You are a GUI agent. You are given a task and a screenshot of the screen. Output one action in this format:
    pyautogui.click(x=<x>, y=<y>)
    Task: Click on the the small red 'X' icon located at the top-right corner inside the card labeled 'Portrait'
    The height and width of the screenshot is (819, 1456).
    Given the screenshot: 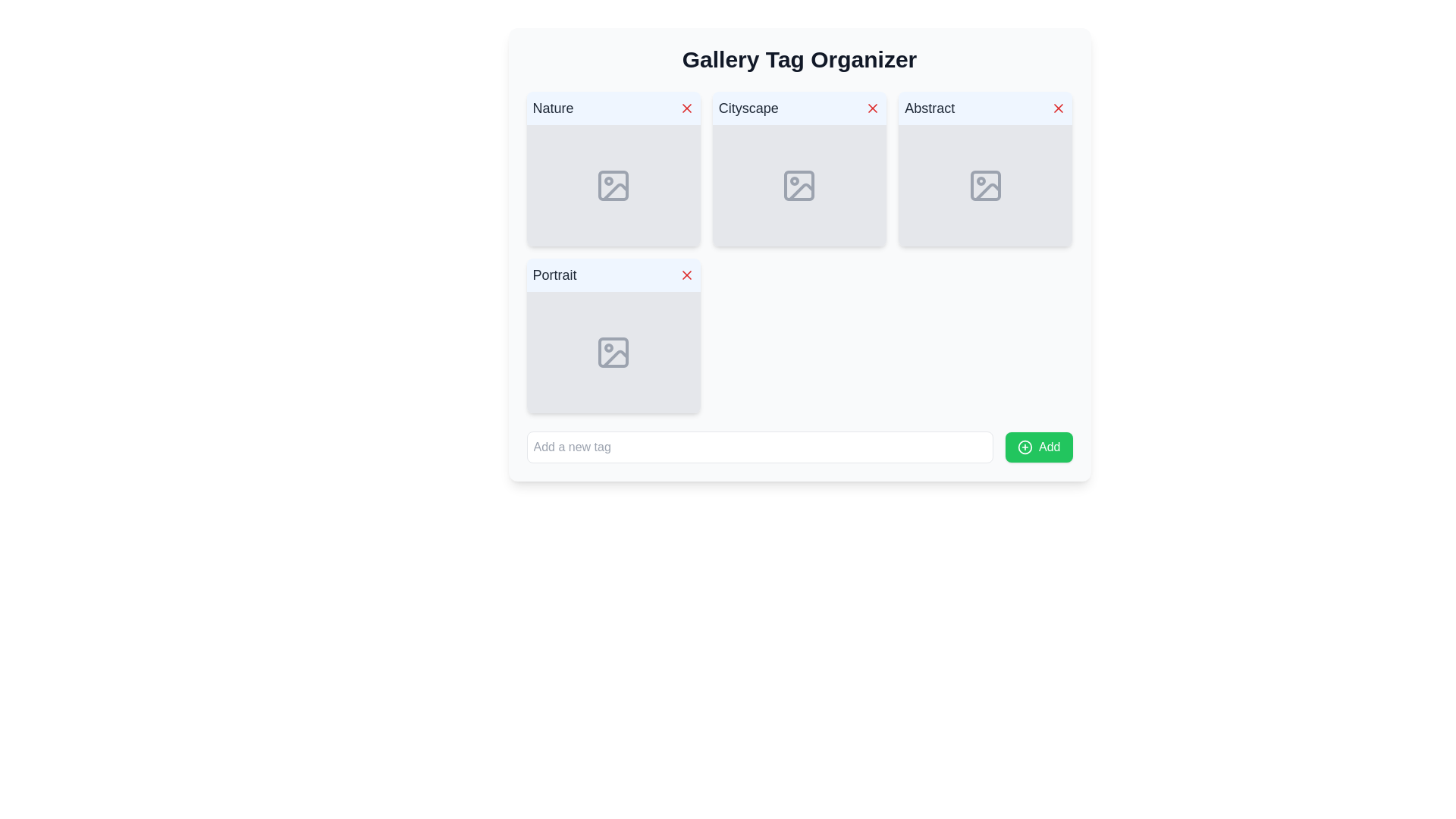 What is the action you would take?
    pyautogui.click(x=686, y=275)
    